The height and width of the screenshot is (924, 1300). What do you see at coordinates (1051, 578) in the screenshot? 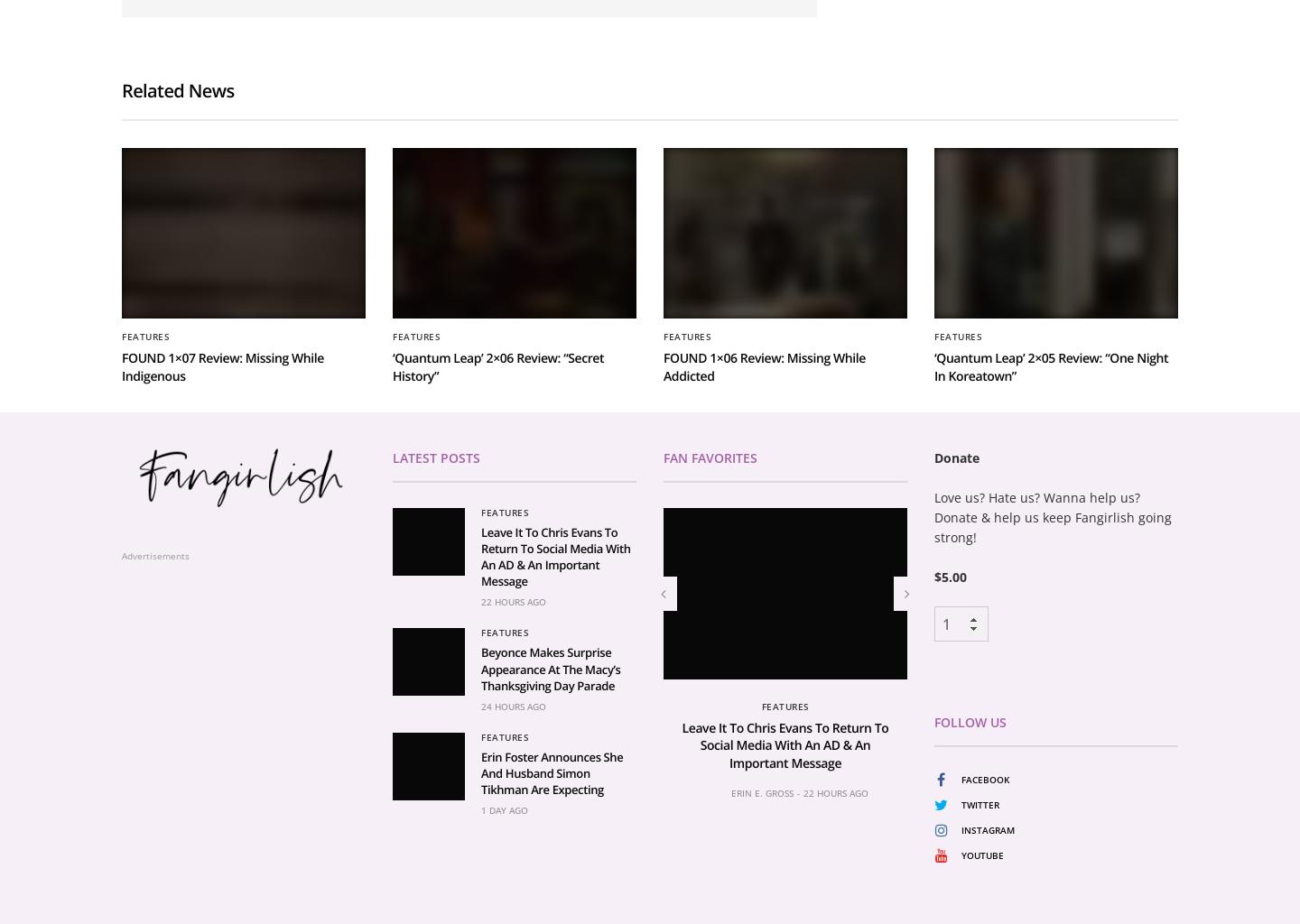
I see `'‘Quantum Leap’ 2×05 Review: “One Night In Koreatown”'` at bounding box center [1051, 578].